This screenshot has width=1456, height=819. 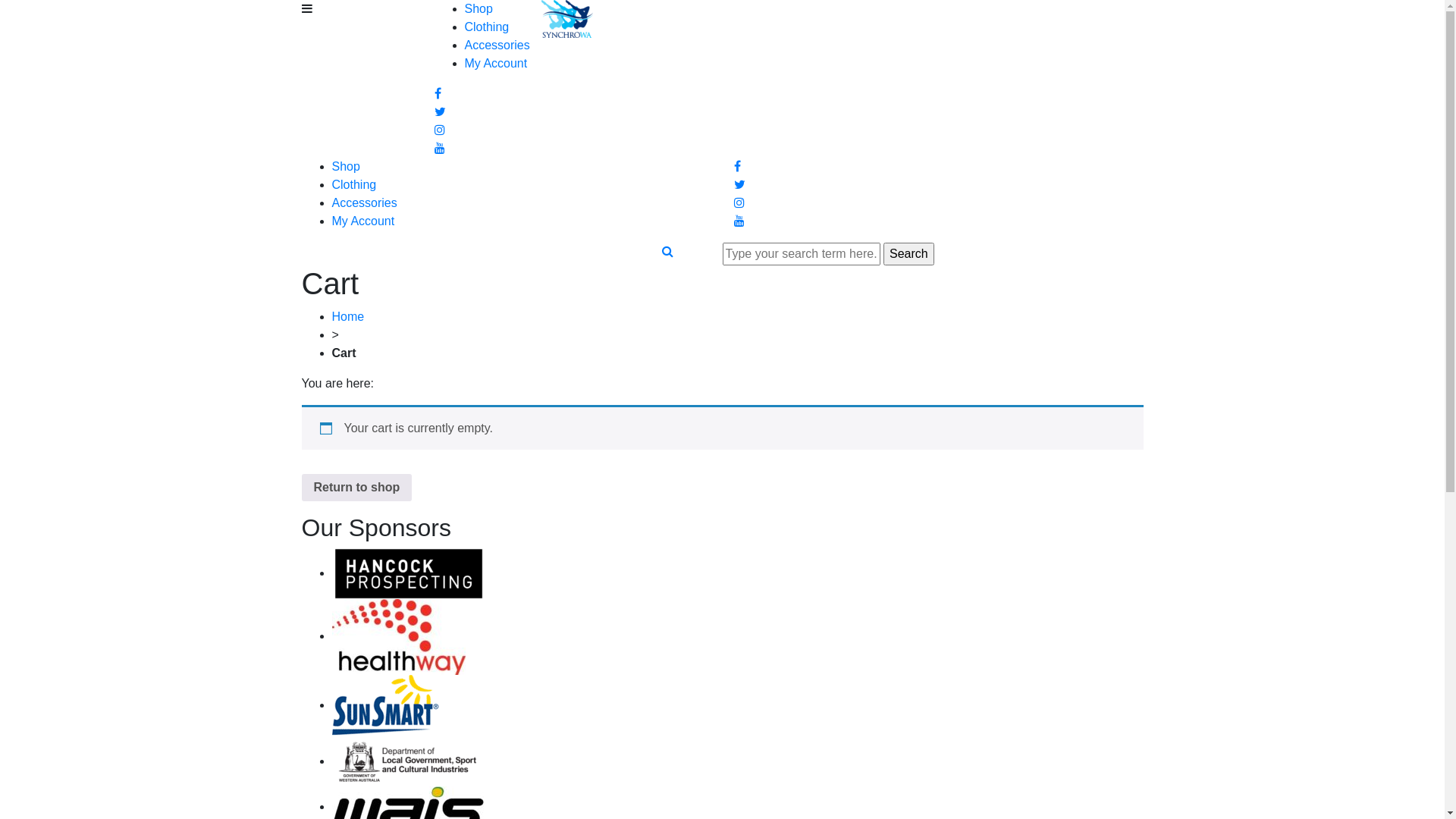 What do you see at coordinates (495, 62) in the screenshot?
I see `'My Account'` at bounding box center [495, 62].